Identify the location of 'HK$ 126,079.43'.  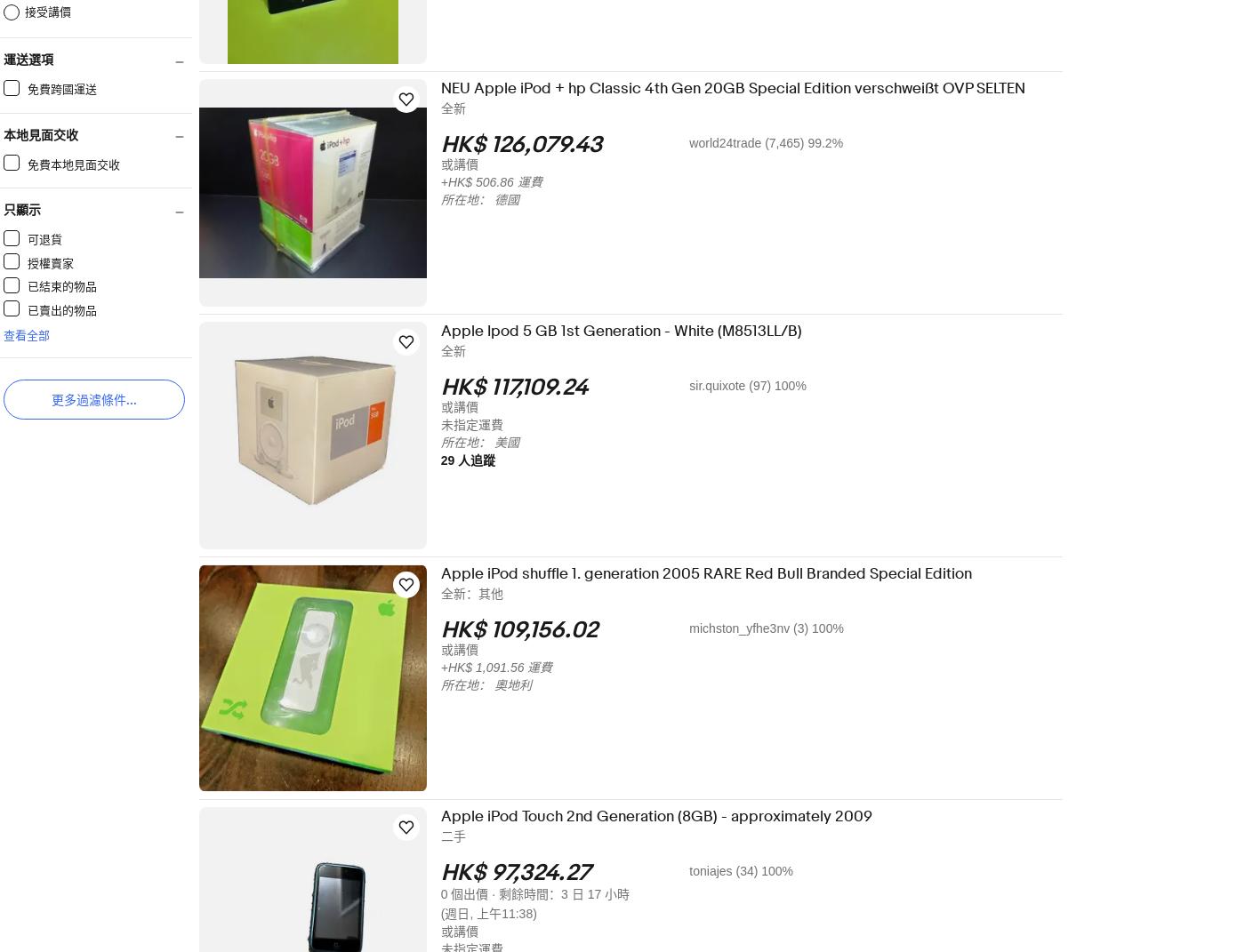
(533, 144).